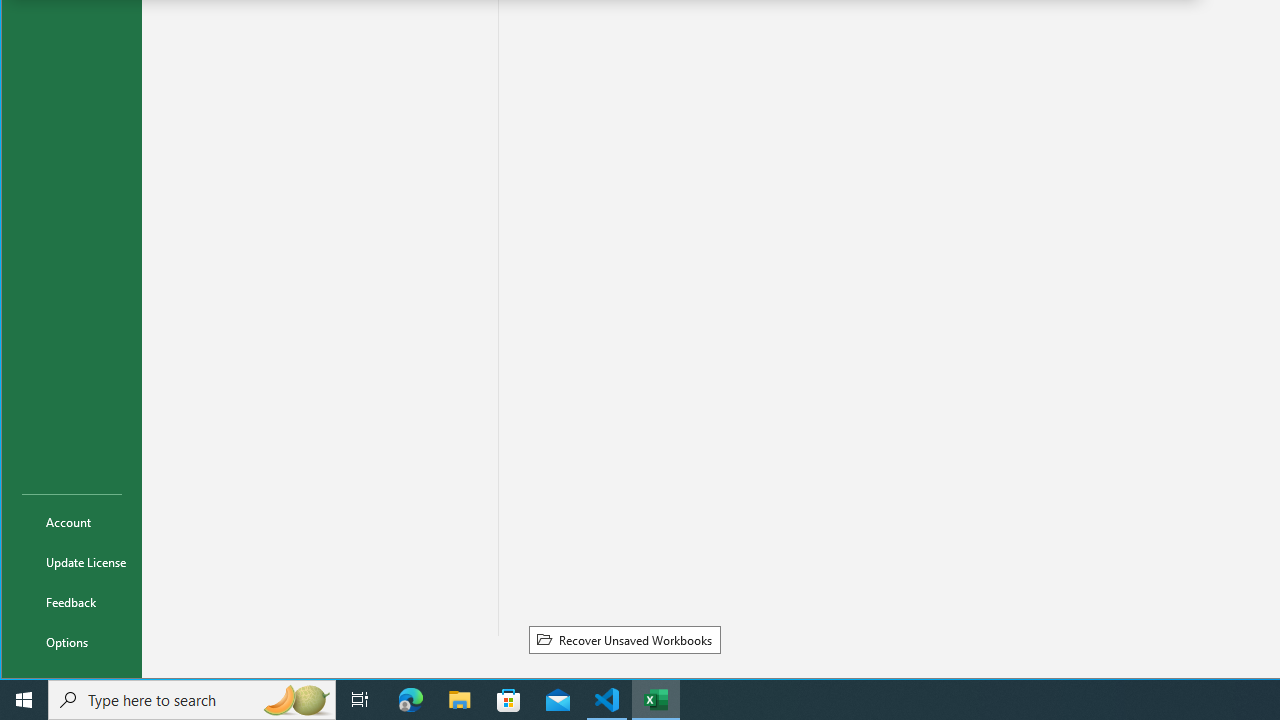 The width and height of the screenshot is (1280, 720). Describe the element at coordinates (606, 698) in the screenshot. I see `'Visual Studio Code - 1 running window'` at that location.